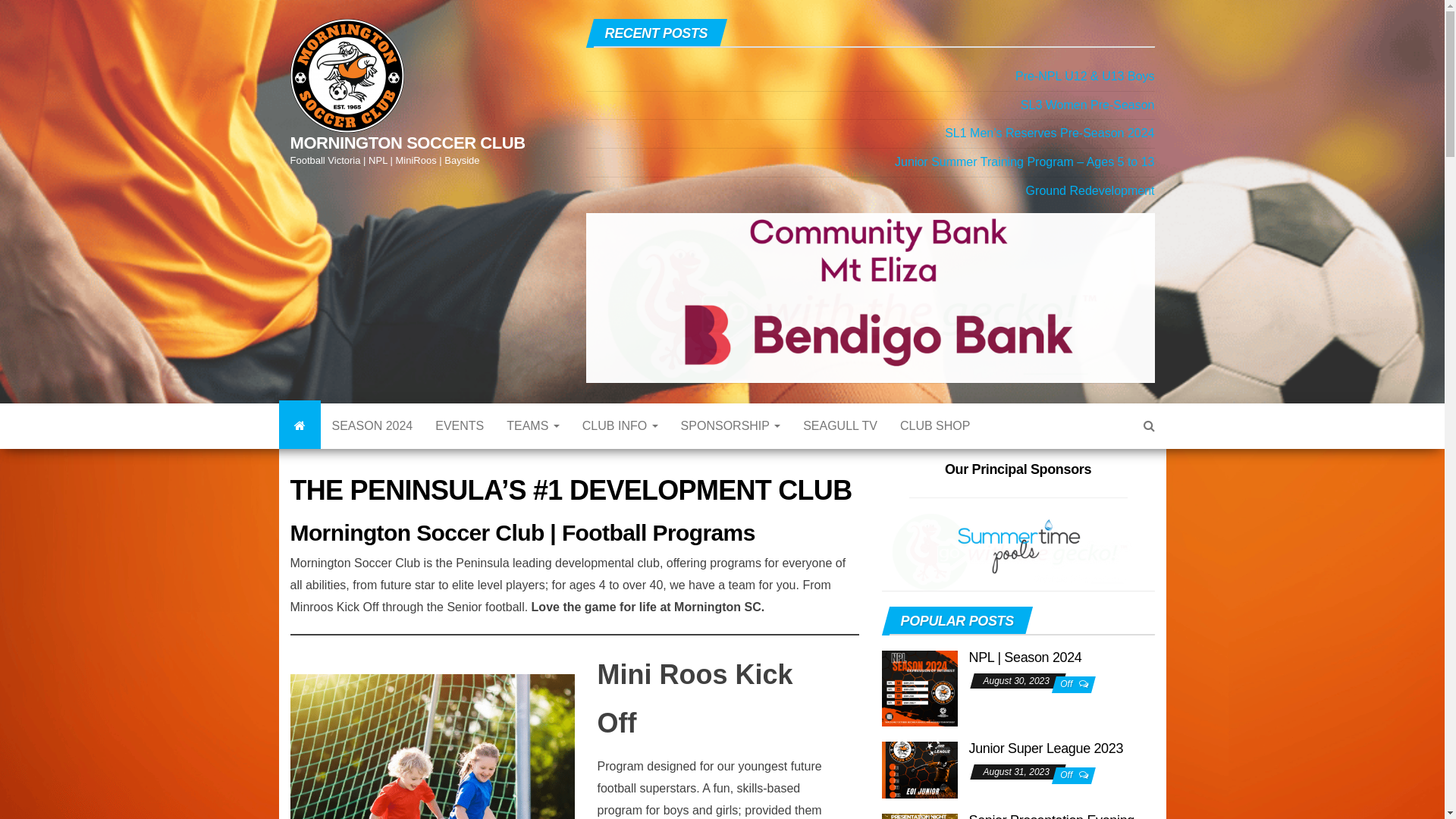 The width and height of the screenshot is (1456, 819). Describe the element at coordinates (1015, 76) in the screenshot. I see `'Pre-NPL U12 & U13 Boys'` at that location.